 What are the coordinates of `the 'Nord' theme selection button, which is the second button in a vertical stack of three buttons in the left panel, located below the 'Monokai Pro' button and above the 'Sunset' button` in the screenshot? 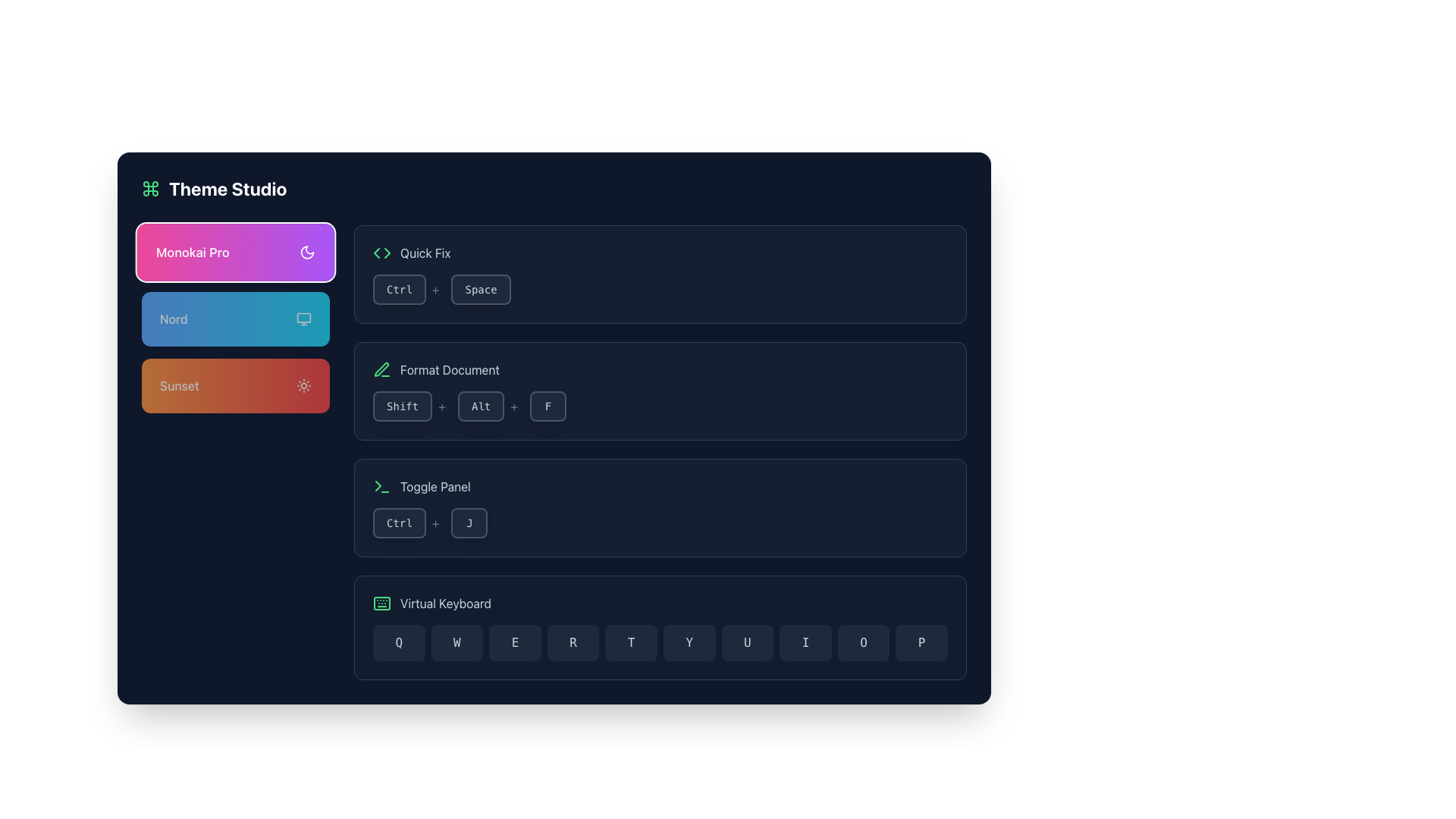 It's located at (235, 318).